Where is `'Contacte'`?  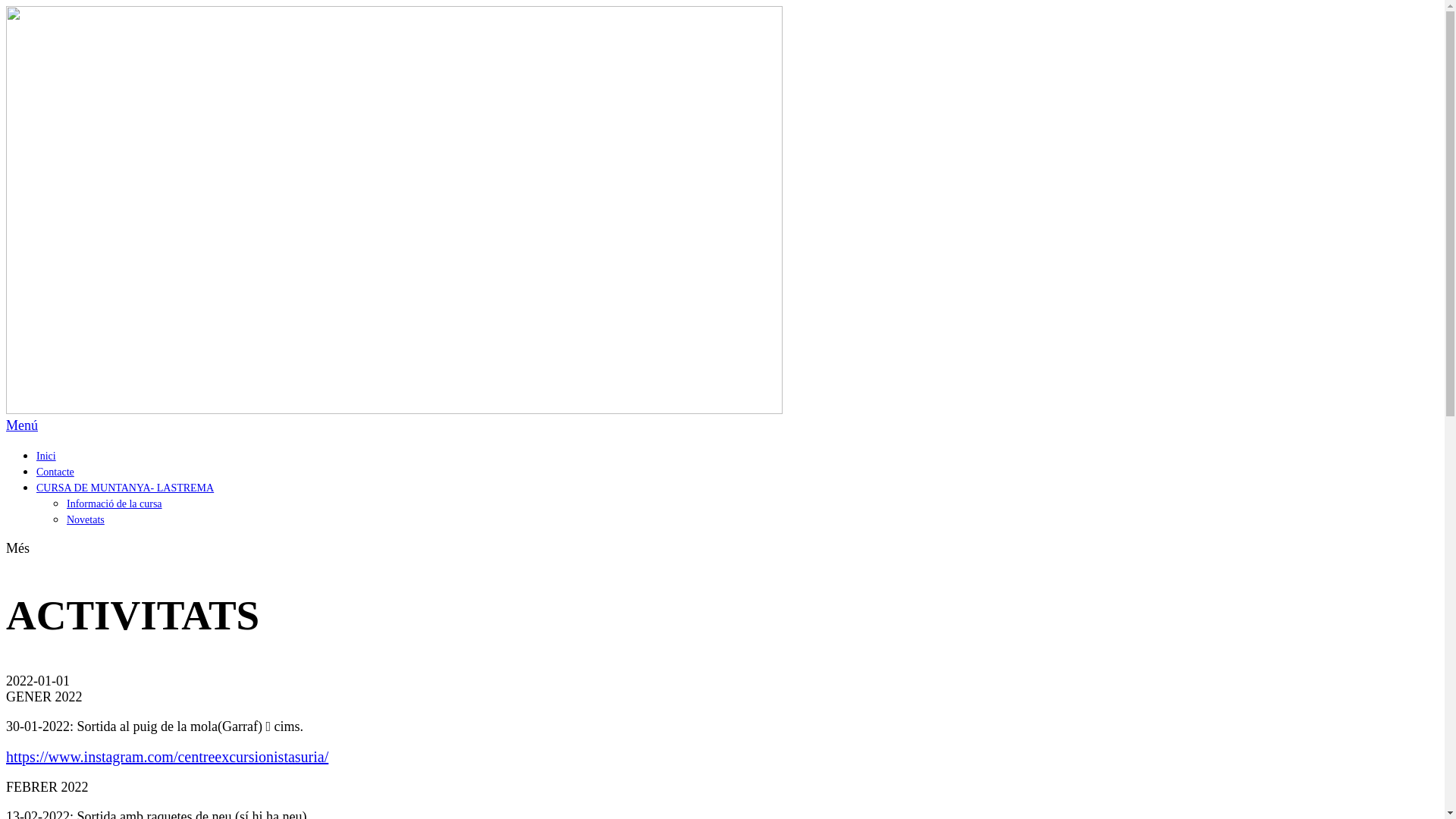
'Contacte' is located at coordinates (55, 471).